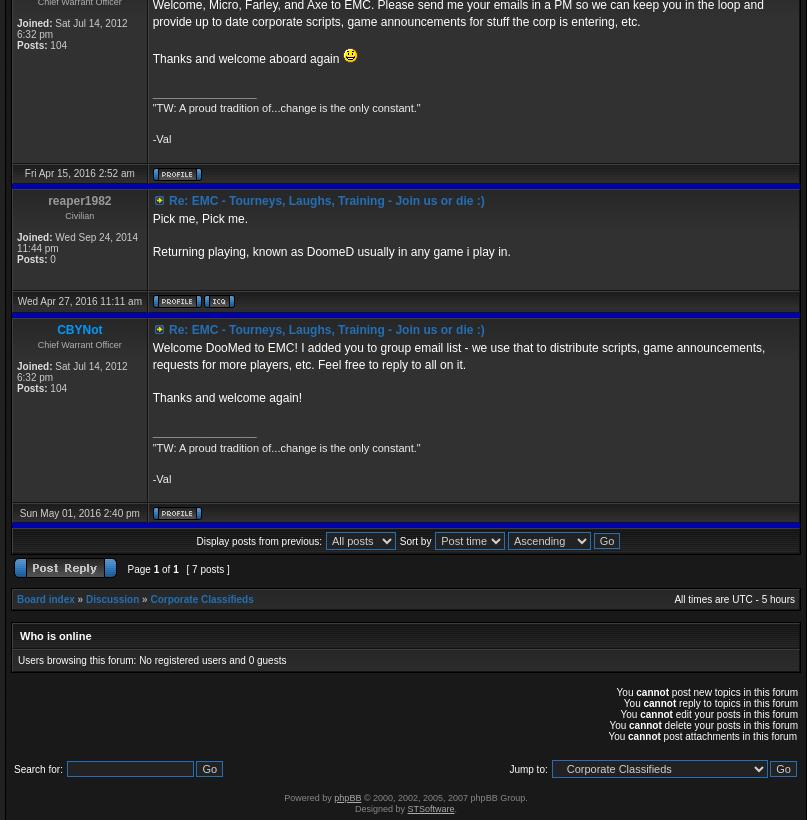 This screenshot has width=807, height=820. I want to click on 'All times are UTC - 5 hours', so click(733, 599).